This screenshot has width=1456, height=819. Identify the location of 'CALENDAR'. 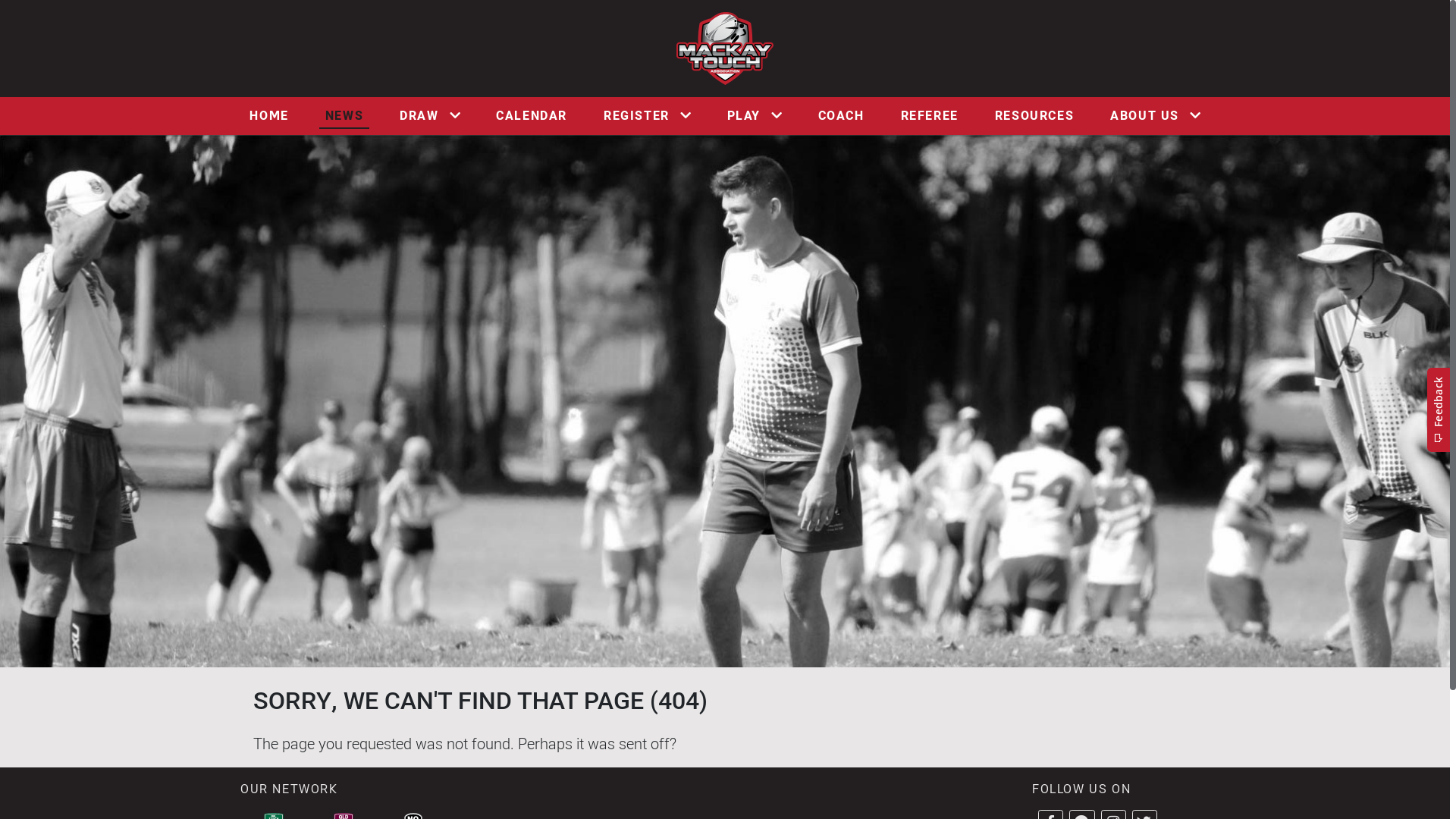
(531, 115).